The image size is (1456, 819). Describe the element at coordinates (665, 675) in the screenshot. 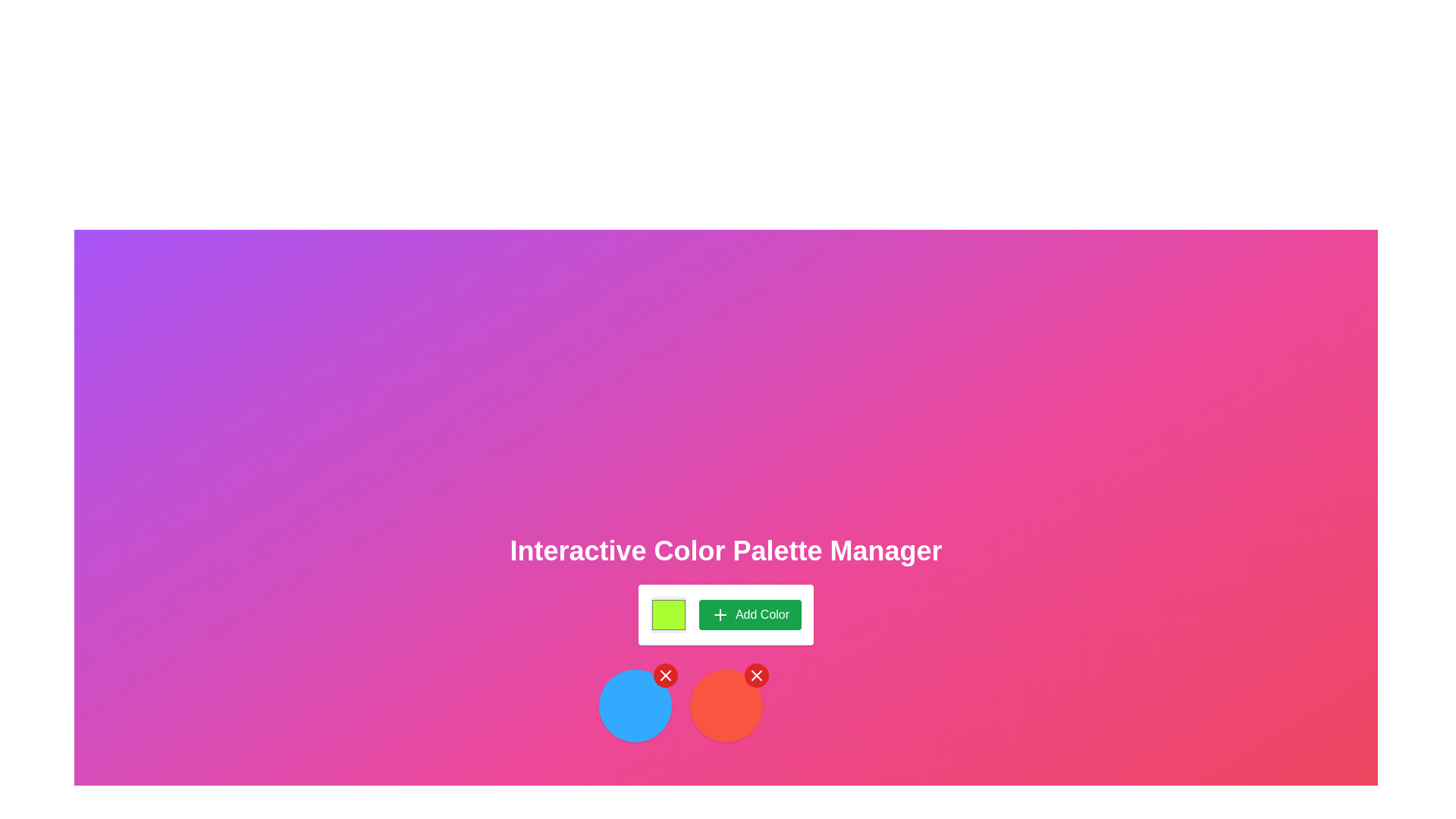

I see `the close button located at the top-right corner of the circular component with a blue background` at that location.